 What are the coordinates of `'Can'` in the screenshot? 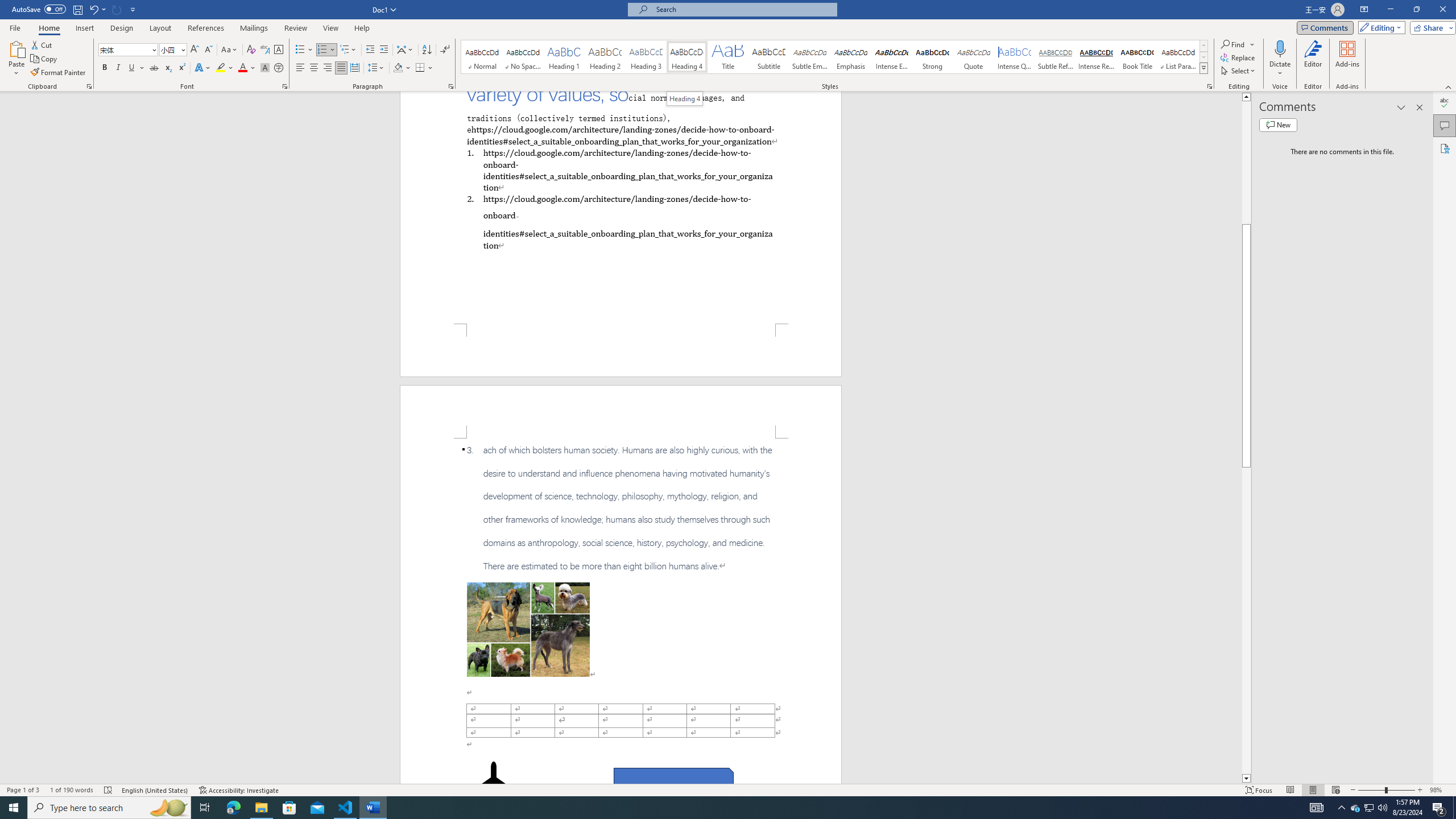 It's located at (117, 9).